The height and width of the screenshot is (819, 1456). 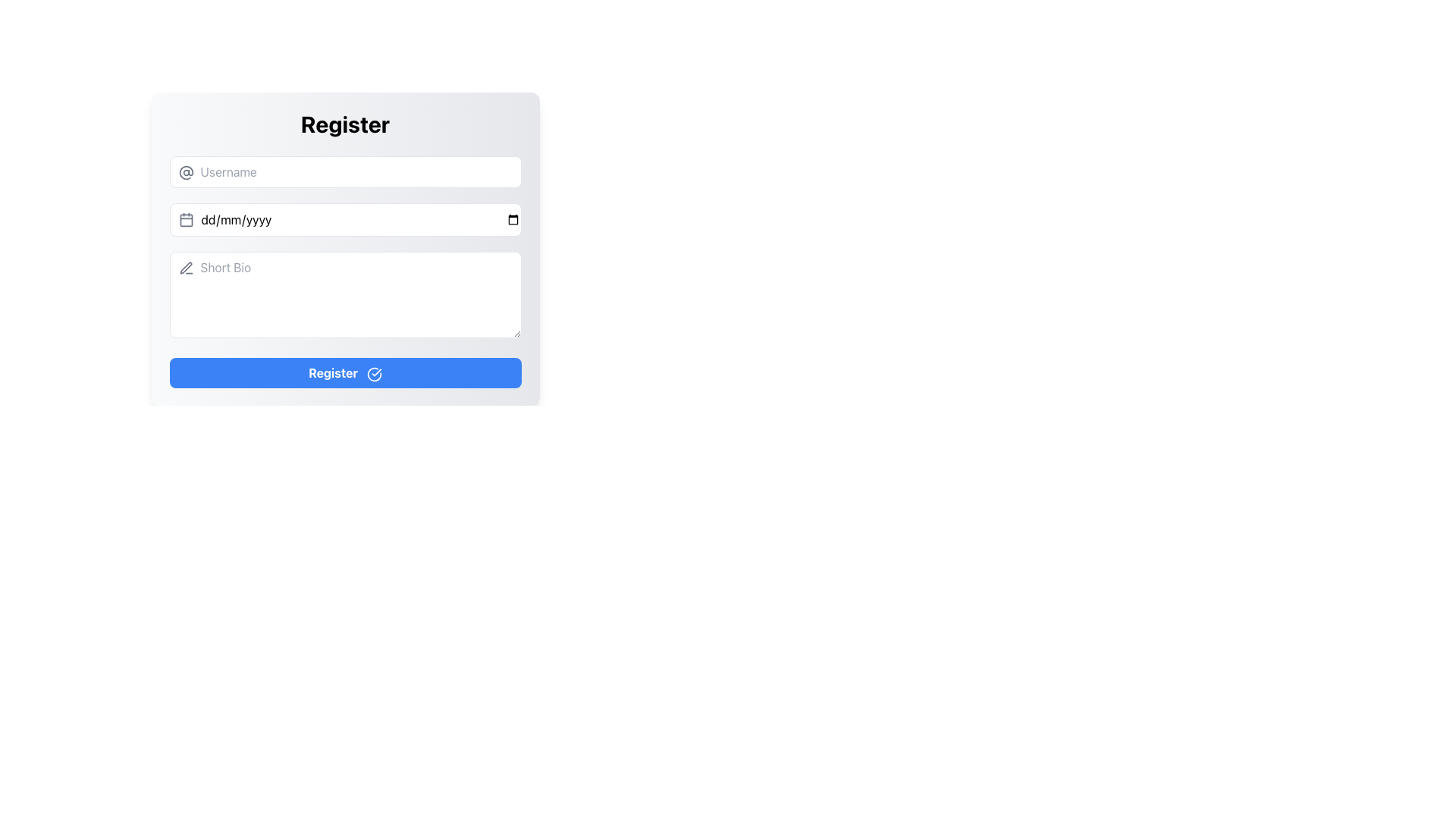 I want to click on to select text in the multiline text input field located below the 'dd/mm/yyyy' text box and above the 'Register' button, so click(x=344, y=297).